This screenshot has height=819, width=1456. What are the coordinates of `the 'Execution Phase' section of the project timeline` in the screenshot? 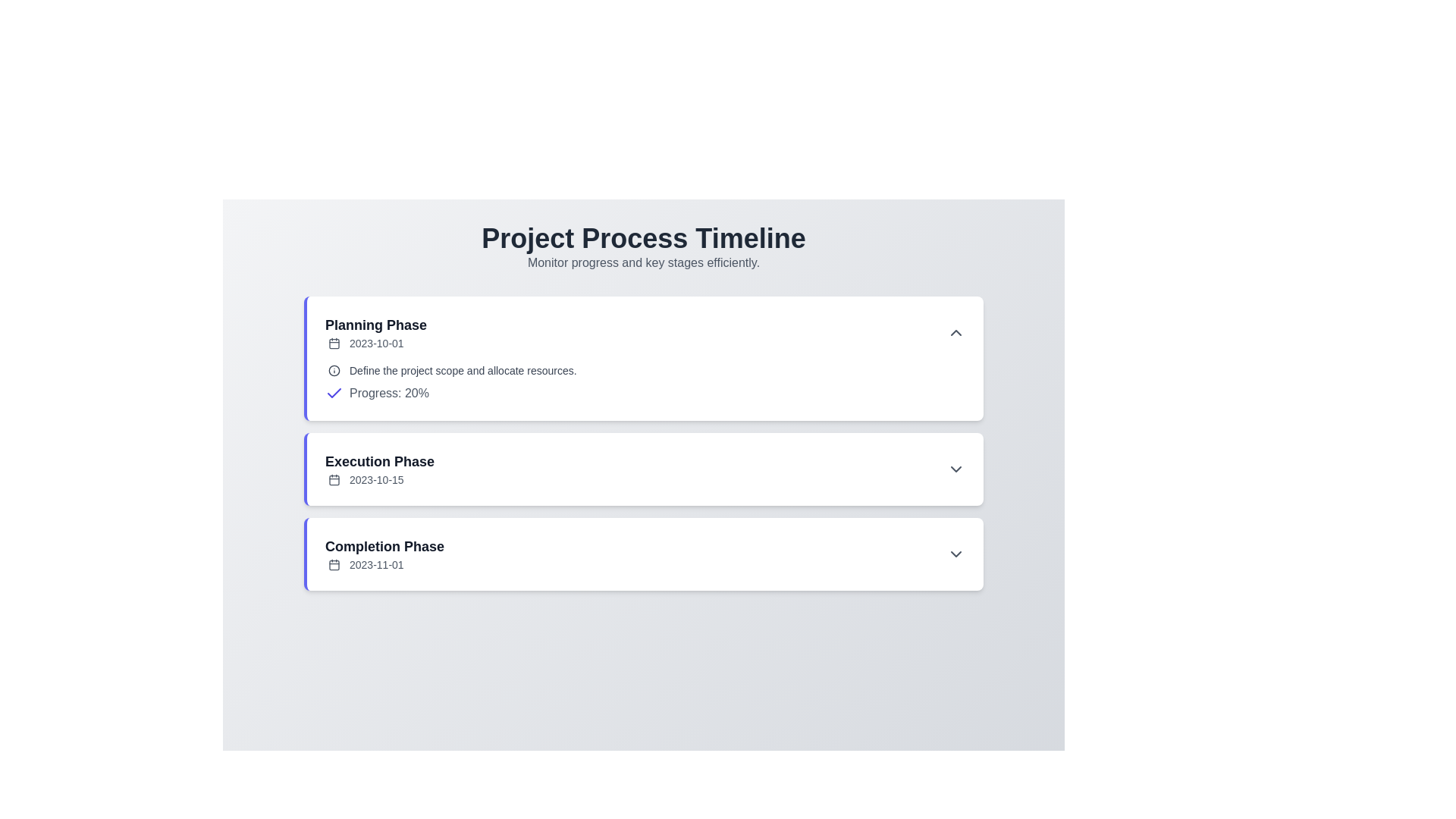 It's located at (644, 444).